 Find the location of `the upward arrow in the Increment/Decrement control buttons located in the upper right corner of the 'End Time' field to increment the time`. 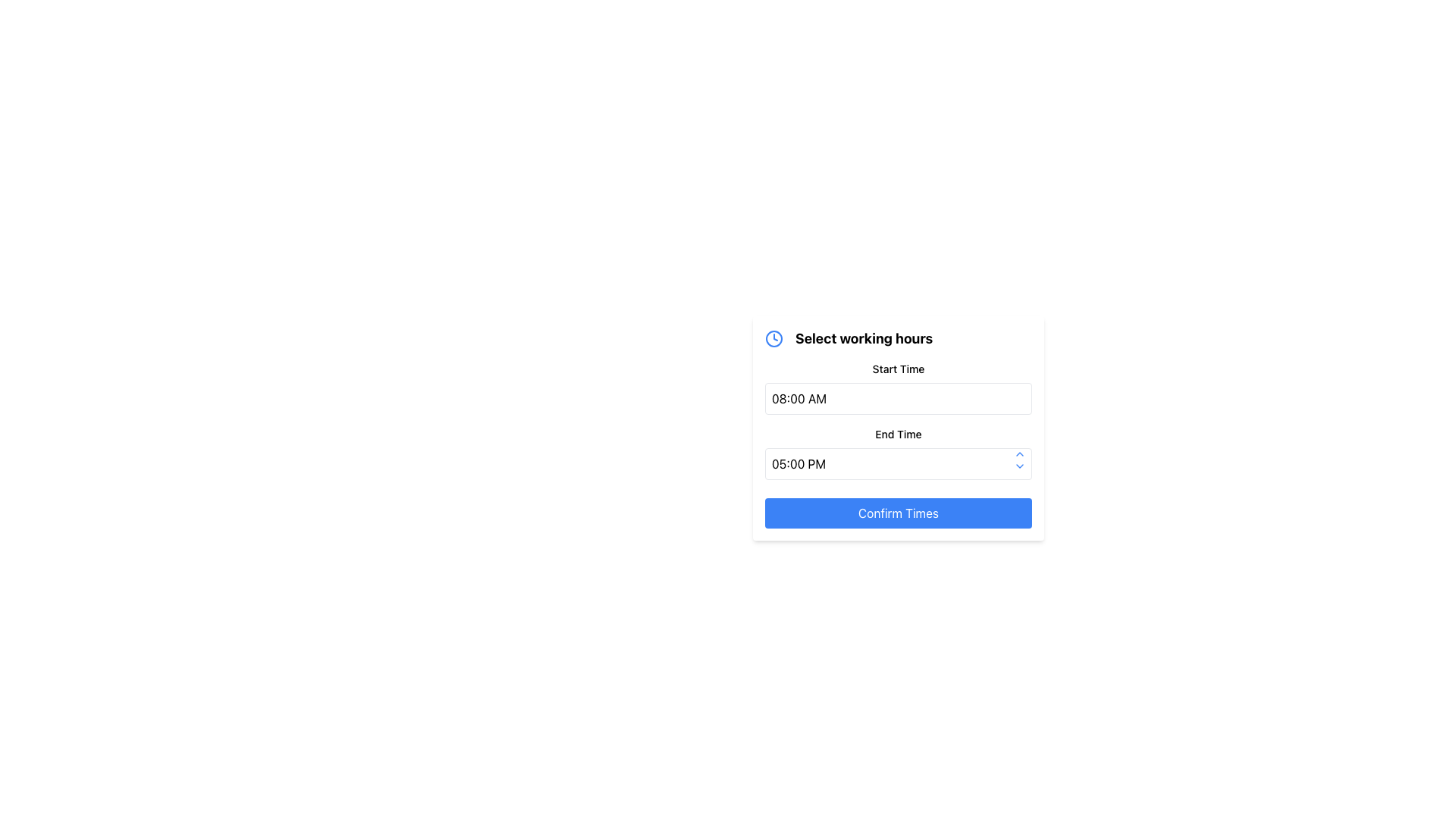

the upward arrow in the Increment/Decrement control buttons located in the upper right corner of the 'End Time' field to increment the time is located at coordinates (1019, 459).